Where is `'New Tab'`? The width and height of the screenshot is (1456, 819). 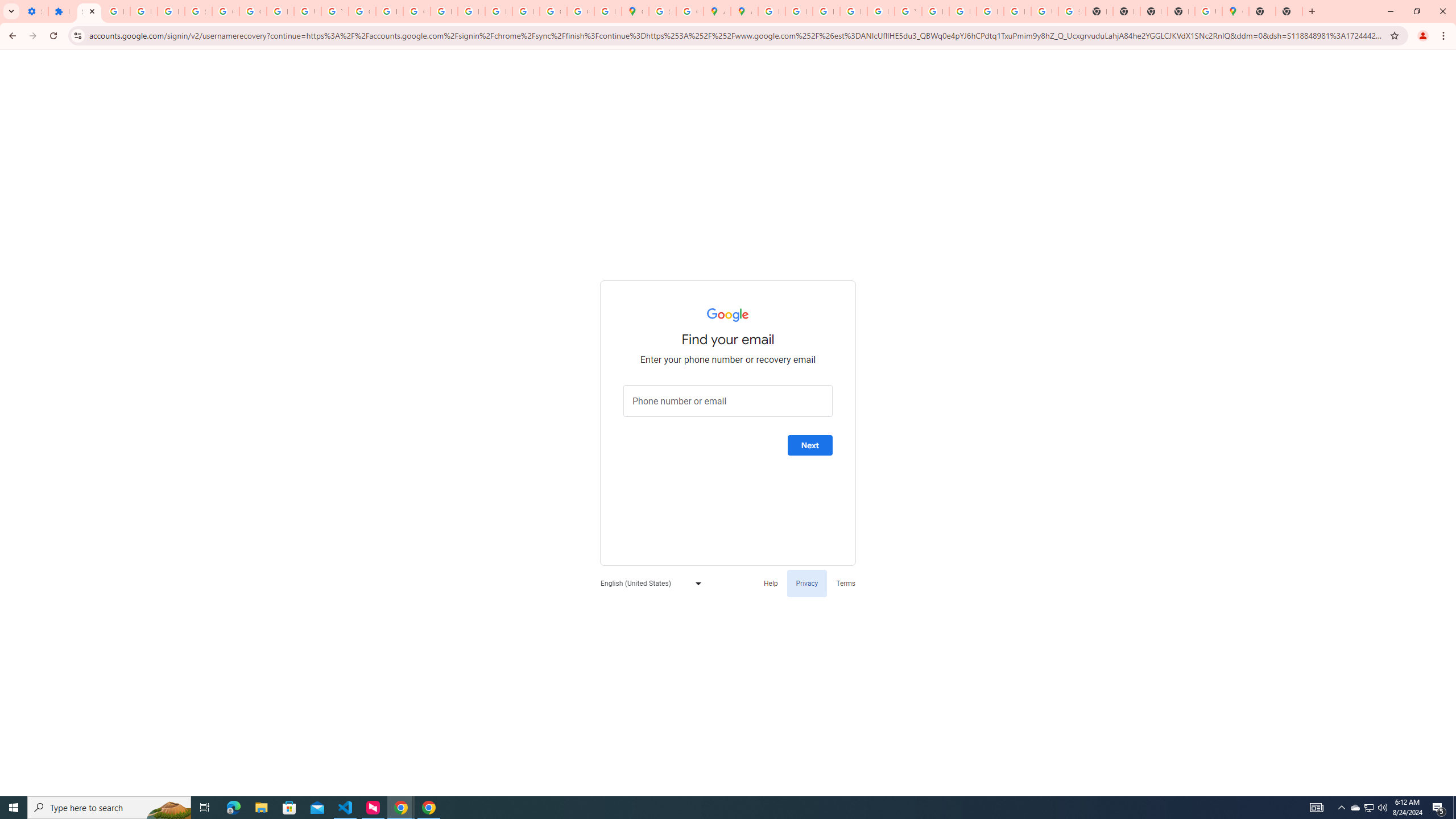 'New Tab' is located at coordinates (1289, 11).